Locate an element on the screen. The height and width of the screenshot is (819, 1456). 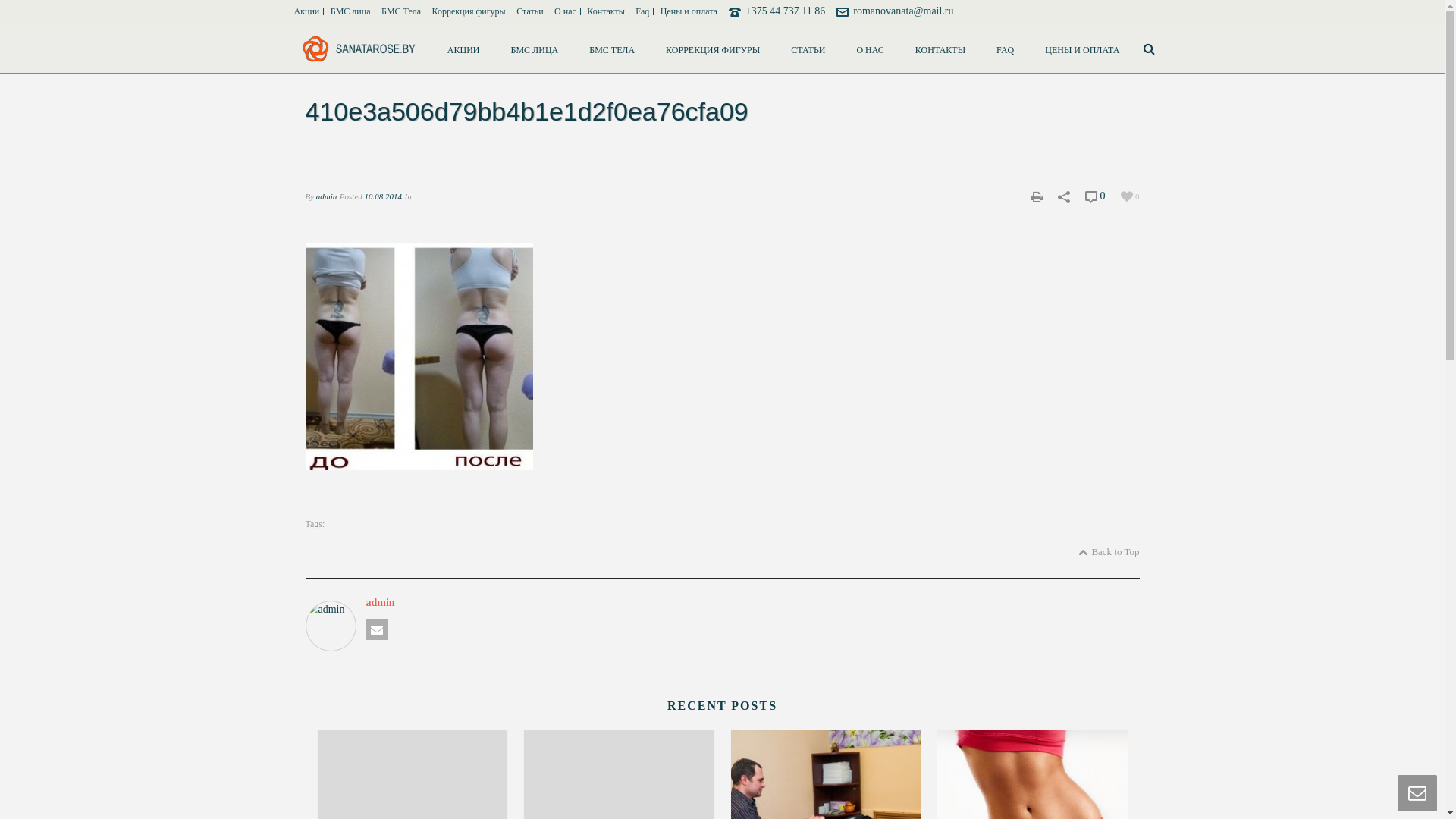
'Sanata Rose' is located at coordinates (358, 48).